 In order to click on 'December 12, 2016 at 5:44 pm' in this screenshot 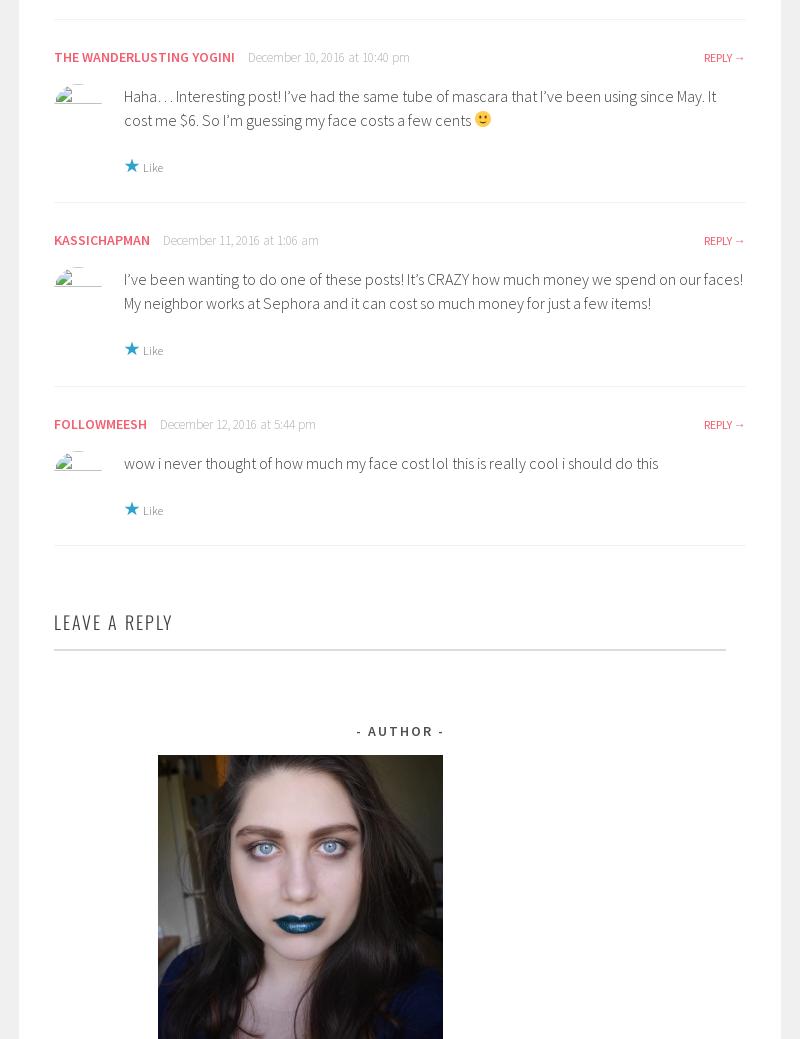, I will do `click(237, 422)`.